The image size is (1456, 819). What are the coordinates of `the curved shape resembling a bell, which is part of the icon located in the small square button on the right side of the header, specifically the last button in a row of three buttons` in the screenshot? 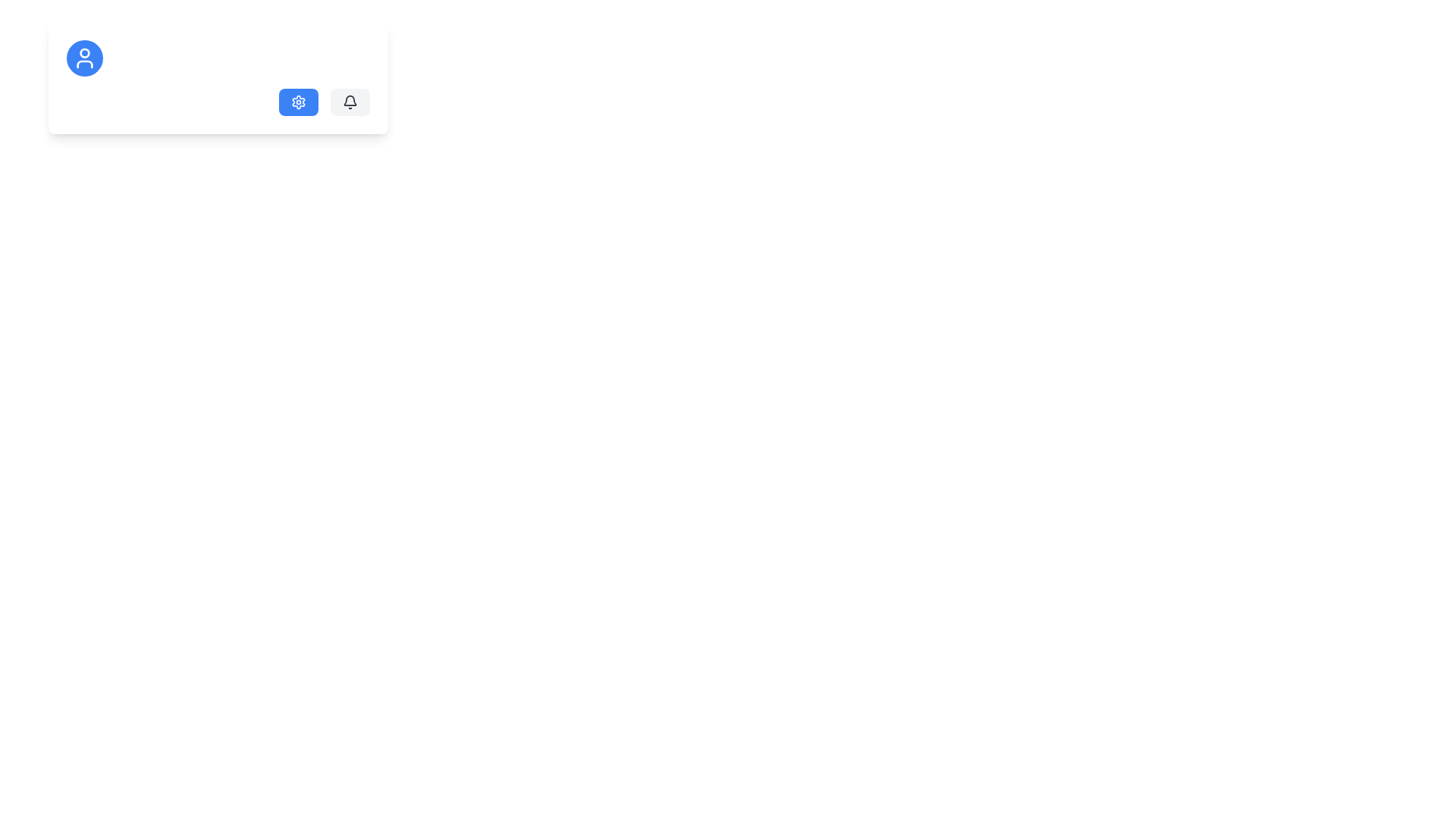 It's located at (349, 100).